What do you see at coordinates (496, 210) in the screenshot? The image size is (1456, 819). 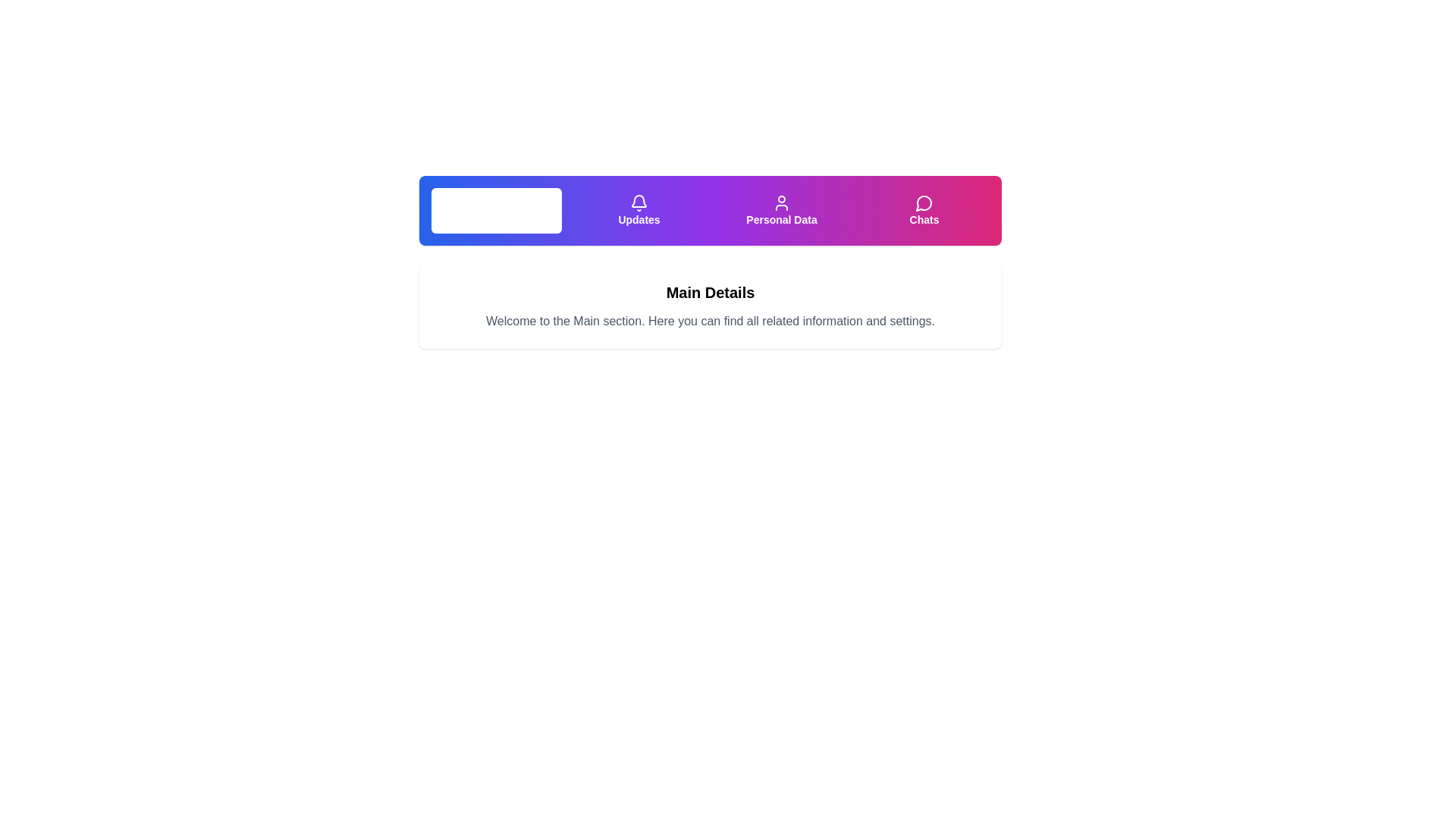 I see `the first button in the row of four buttons located at the top center of the interface` at bounding box center [496, 210].